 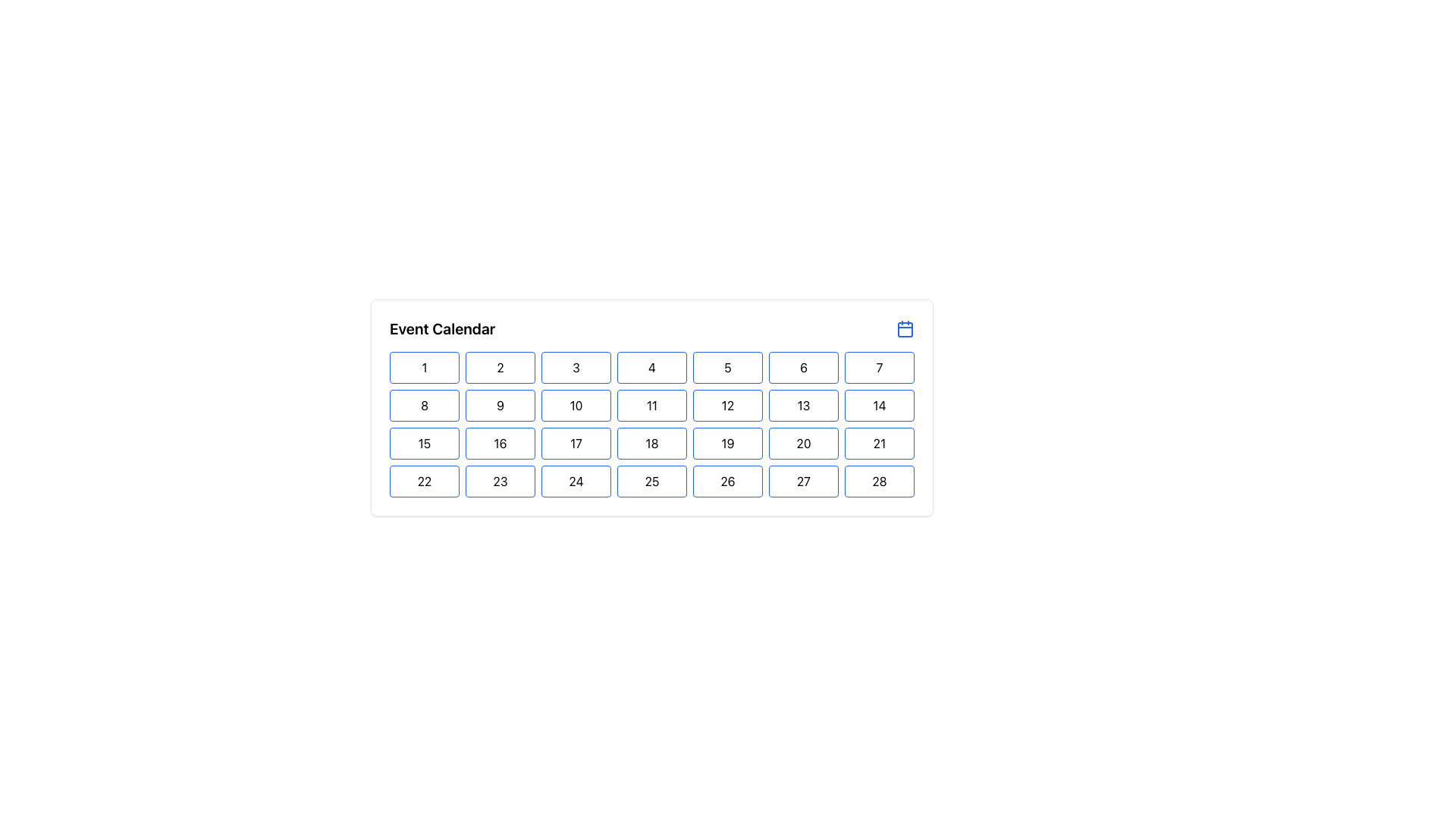 What do you see at coordinates (803, 368) in the screenshot?
I see `the button representing the sixth day in the calendar layout` at bounding box center [803, 368].